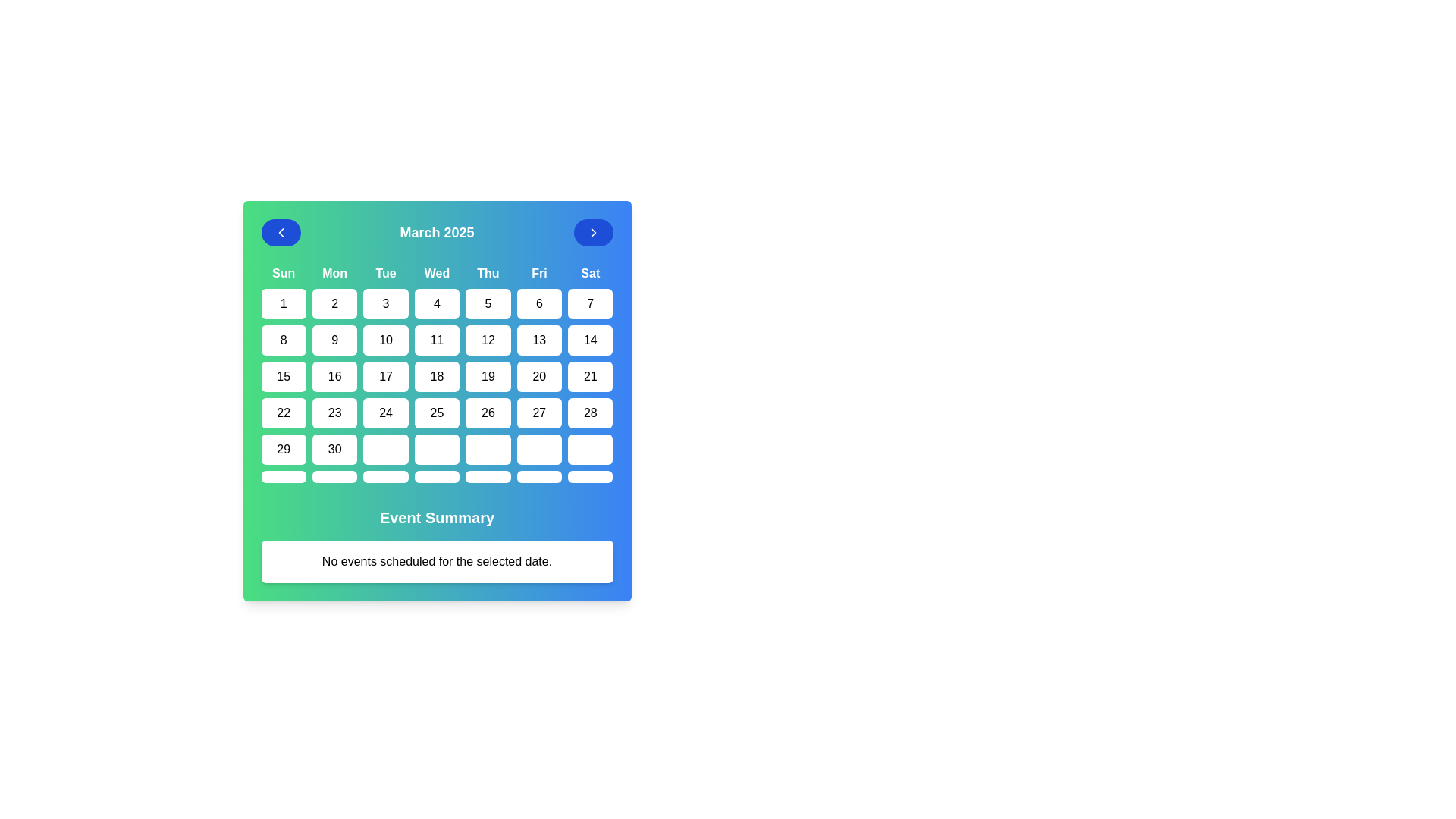 The height and width of the screenshot is (819, 1456). I want to click on the rectangular button with the text '16' in bold black font, located in the calendar grid representing the date for the third week and second column (Monday), so click(334, 376).